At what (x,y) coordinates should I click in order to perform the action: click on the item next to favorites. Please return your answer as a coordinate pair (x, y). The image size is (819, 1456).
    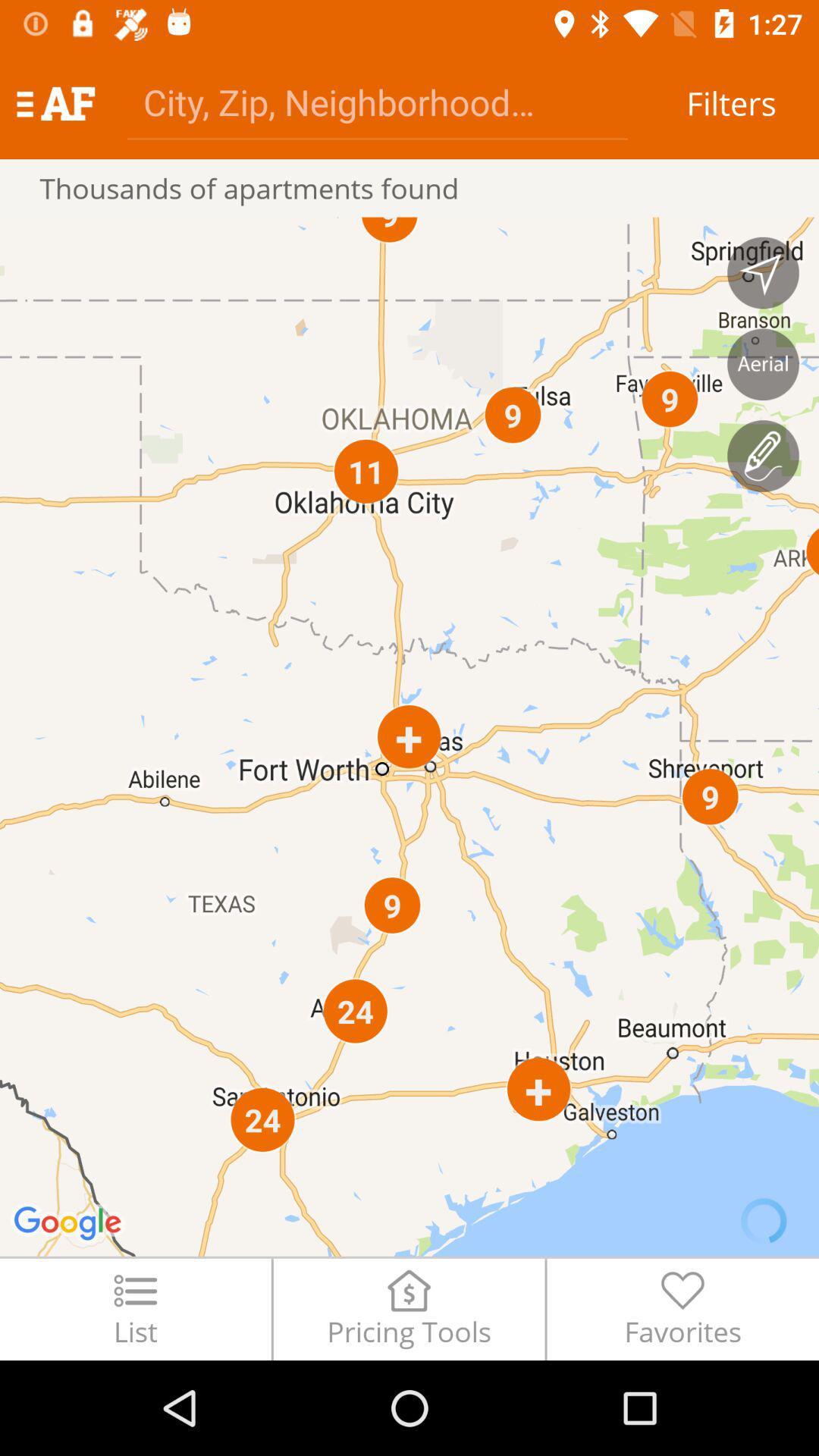
    Looking at the image, I should click on (408, 1308).